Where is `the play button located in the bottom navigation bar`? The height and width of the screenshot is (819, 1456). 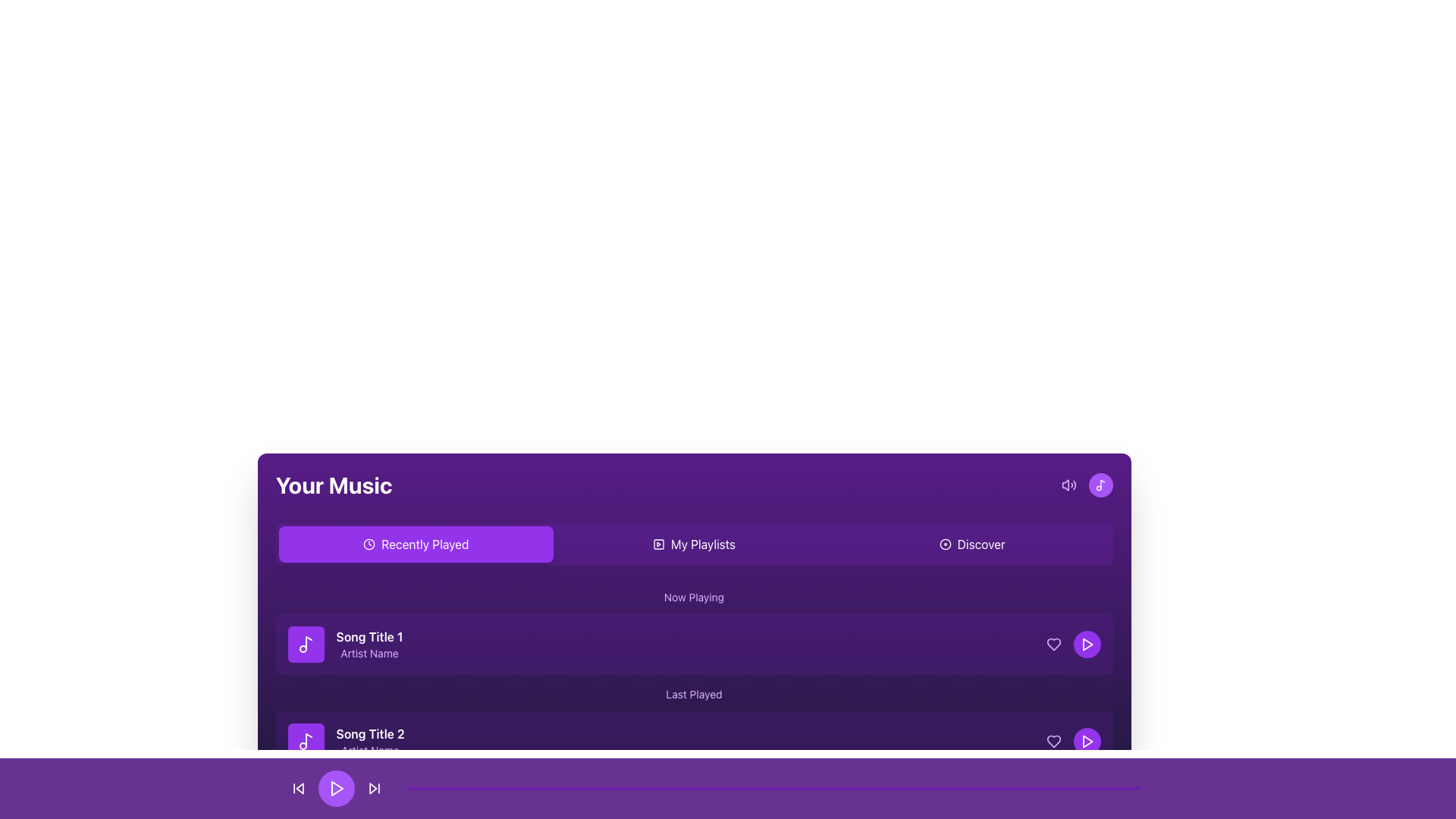
the play button located in the bottom navigation bar is located at coordinates (336, 788).